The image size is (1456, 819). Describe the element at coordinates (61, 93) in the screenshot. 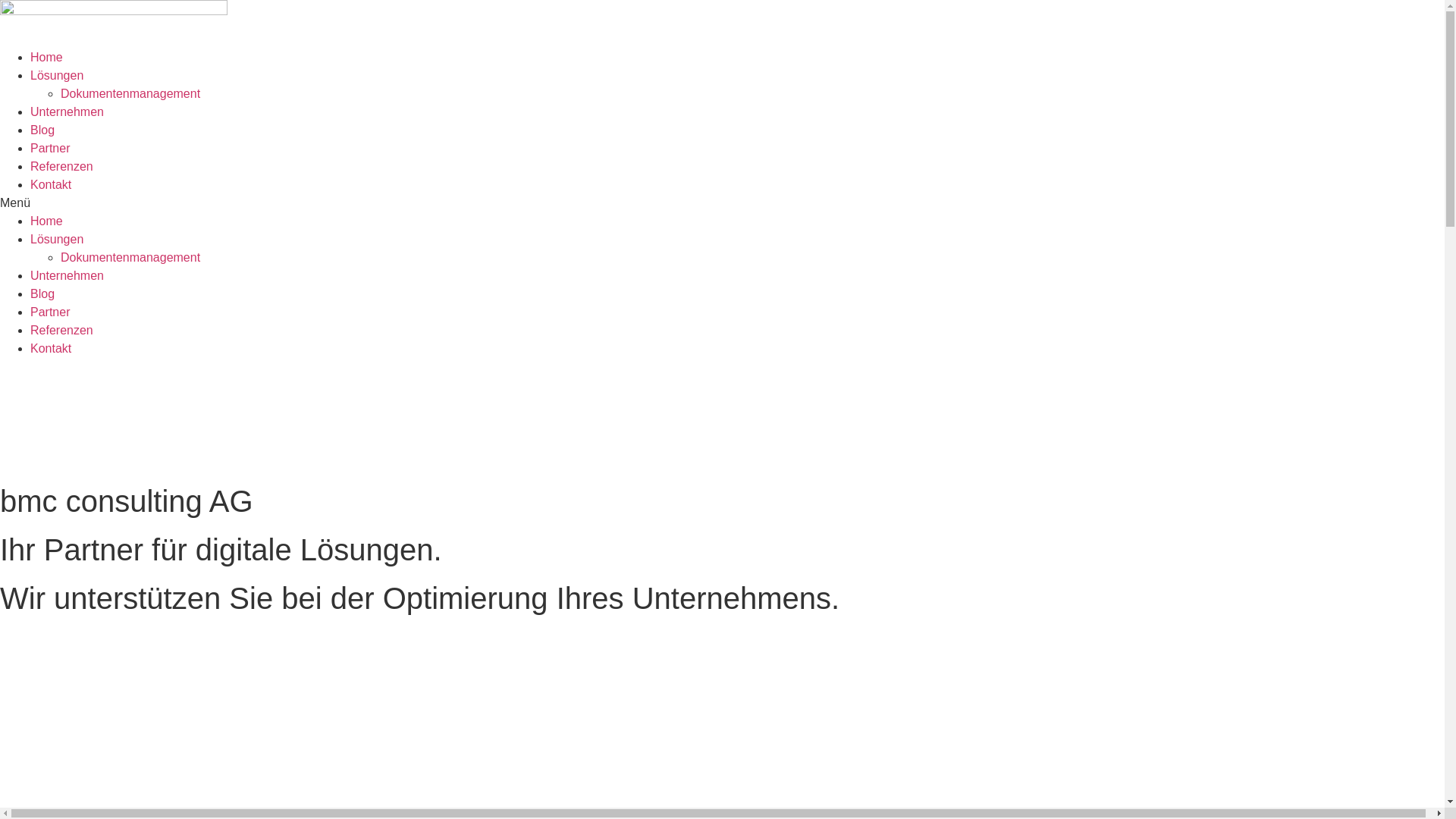

I see `'Dokumentenmanagement'` at that location.